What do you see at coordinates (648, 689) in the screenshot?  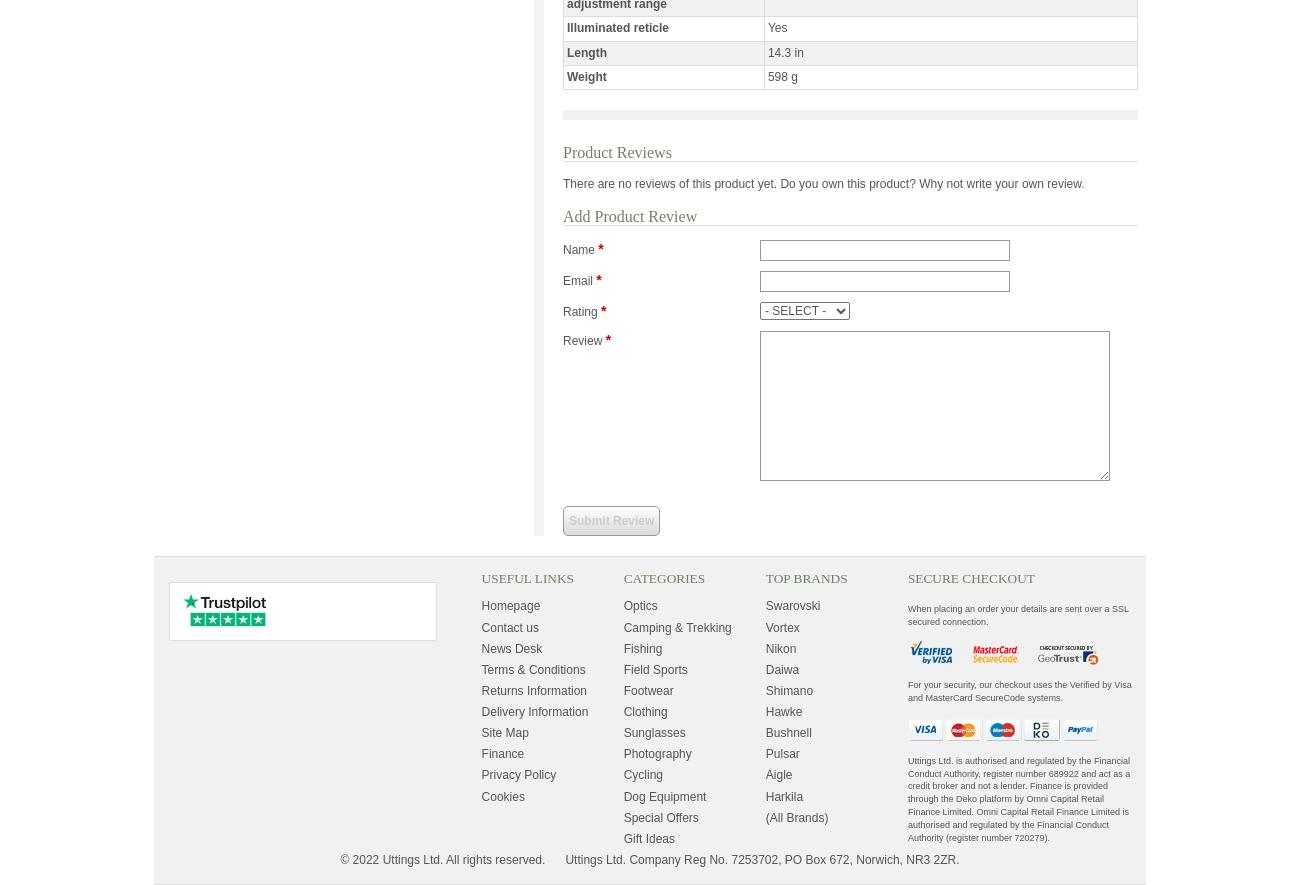 I see `'Footwear'` at bounding box center [648, 689].